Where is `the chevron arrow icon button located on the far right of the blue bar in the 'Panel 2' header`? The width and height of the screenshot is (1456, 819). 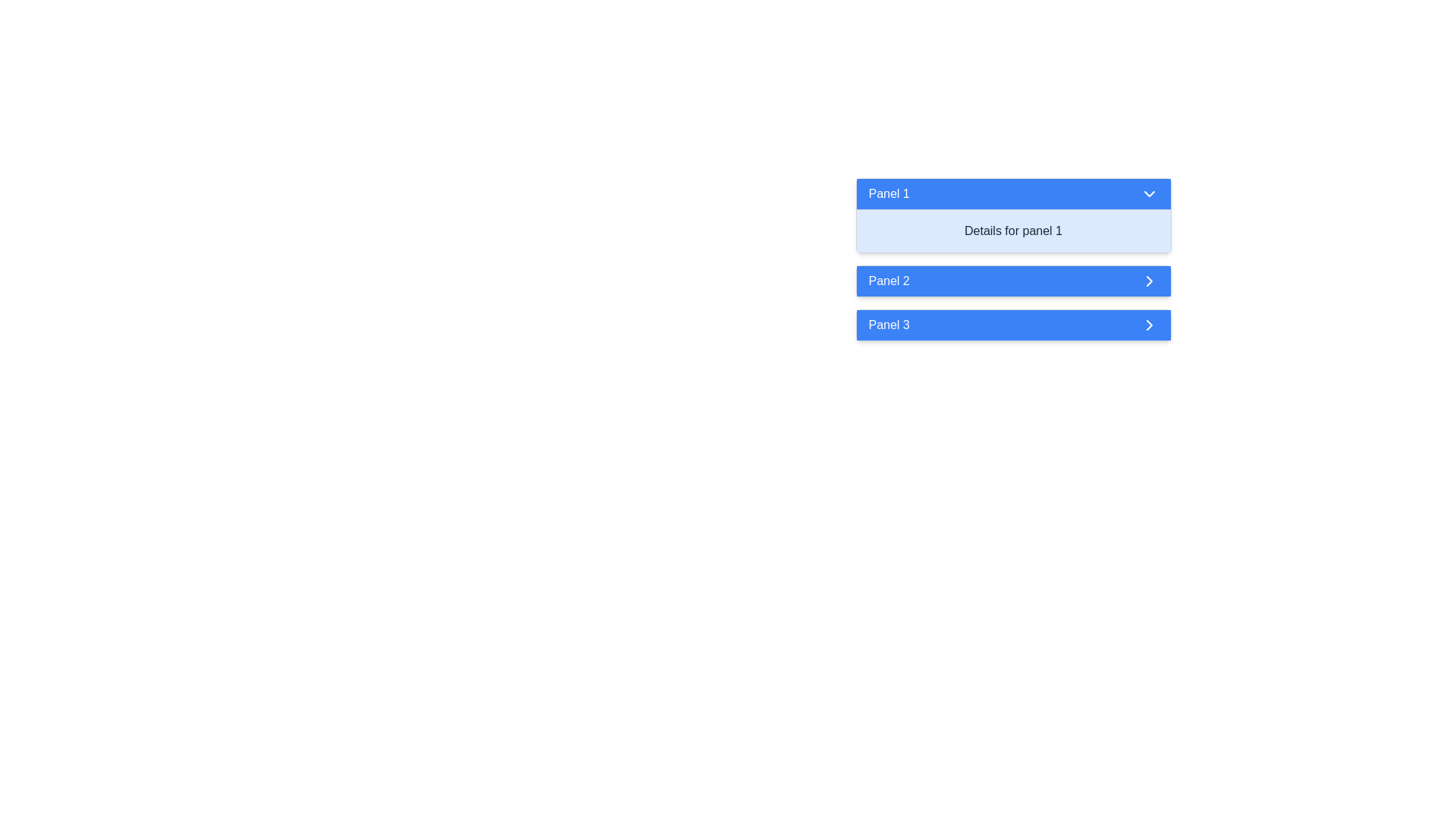 the chevron arrow icon button located on the far right of the blue bar in the 'Panel 2' header is located at coordinates (1149, 281).